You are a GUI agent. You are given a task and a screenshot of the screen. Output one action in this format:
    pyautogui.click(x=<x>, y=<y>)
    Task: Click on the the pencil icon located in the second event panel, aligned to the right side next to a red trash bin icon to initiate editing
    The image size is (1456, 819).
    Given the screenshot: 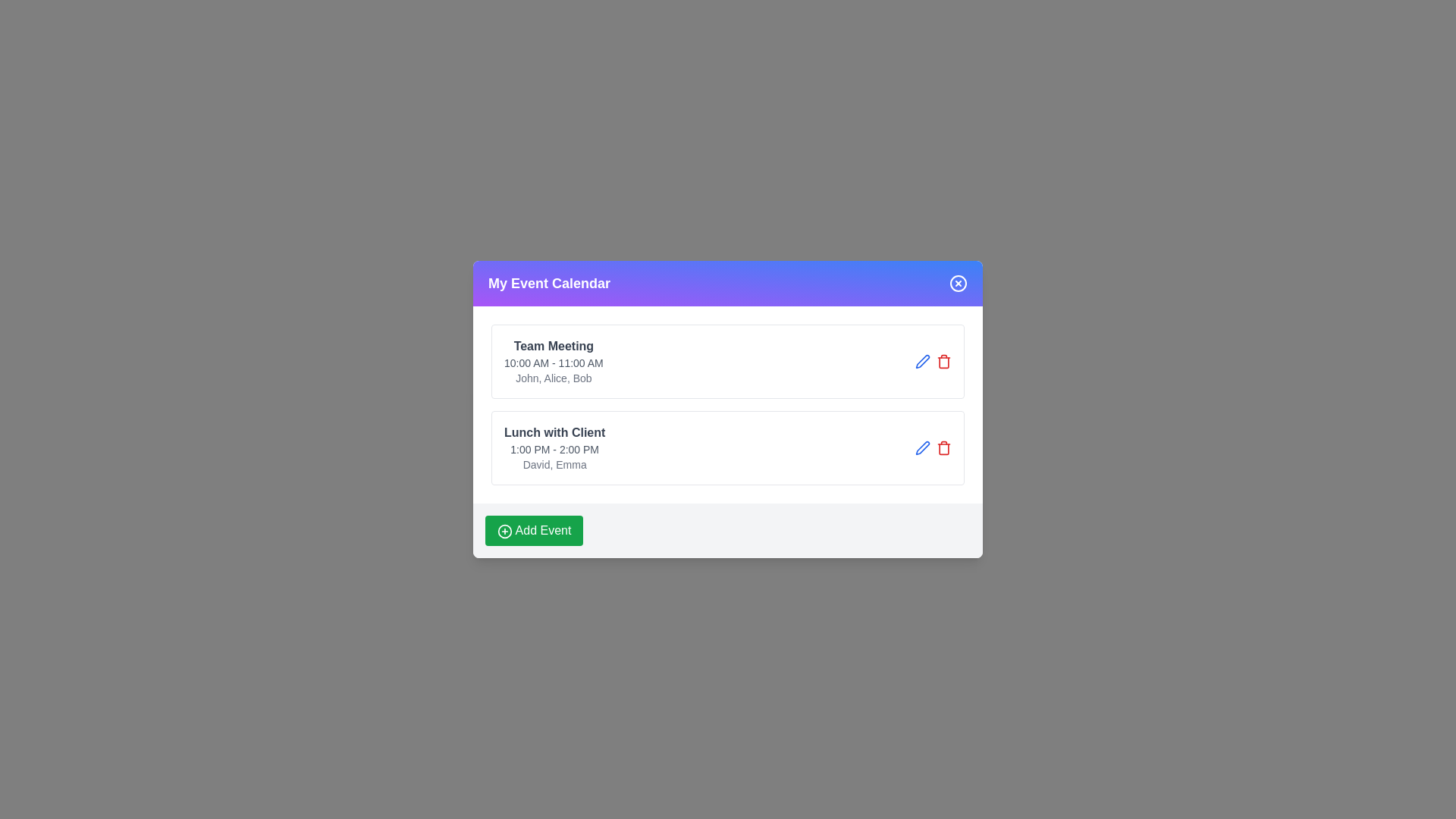 What is the action you would take?
    pyautogui.click(x=922, y=362)
    